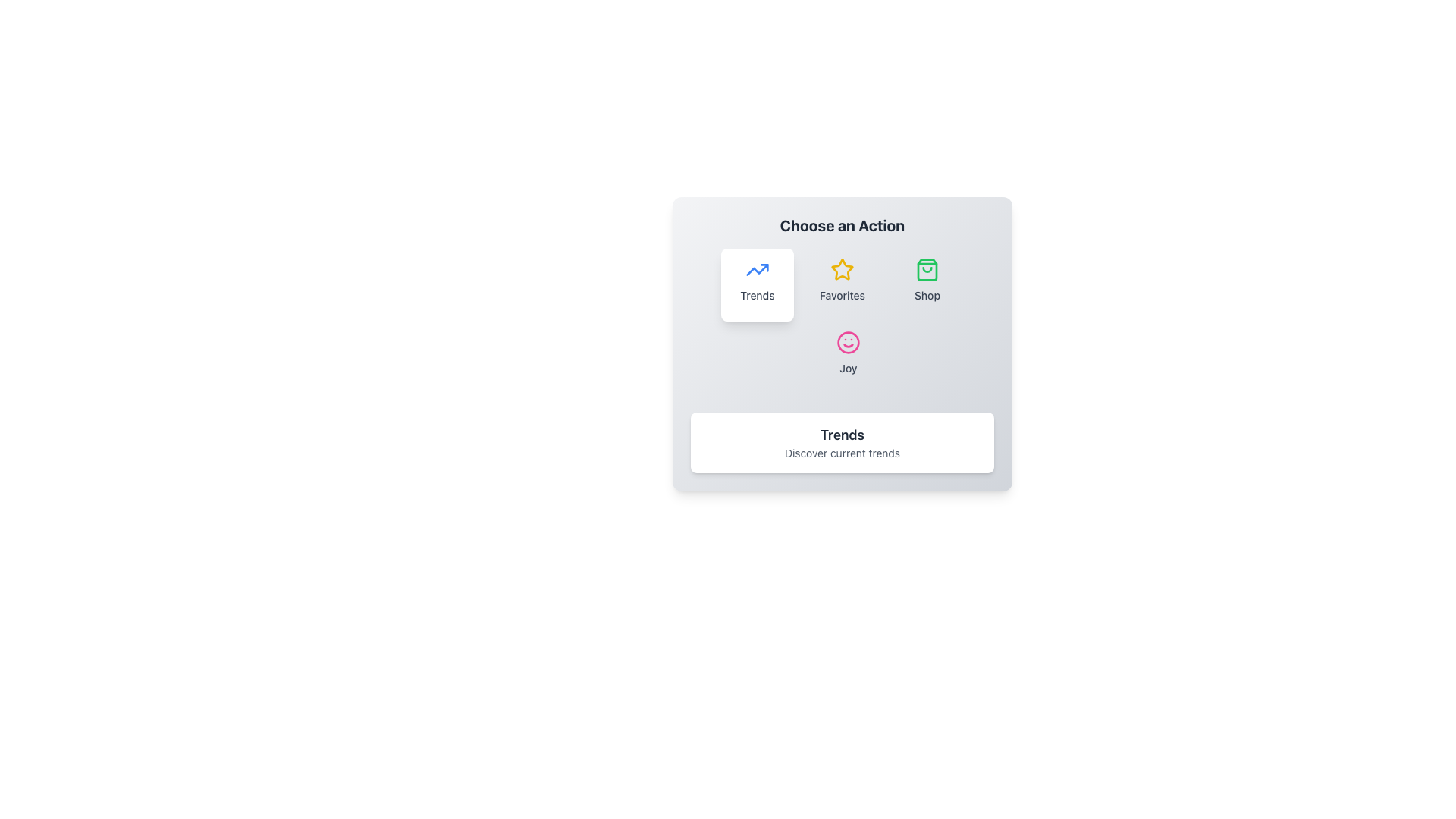 This screenshot has height=819, width=1456. Describe the element at coordinates (841, 268) in the screenshot. I see `the yellow star icon located in the upper central area of the interface` at that location.